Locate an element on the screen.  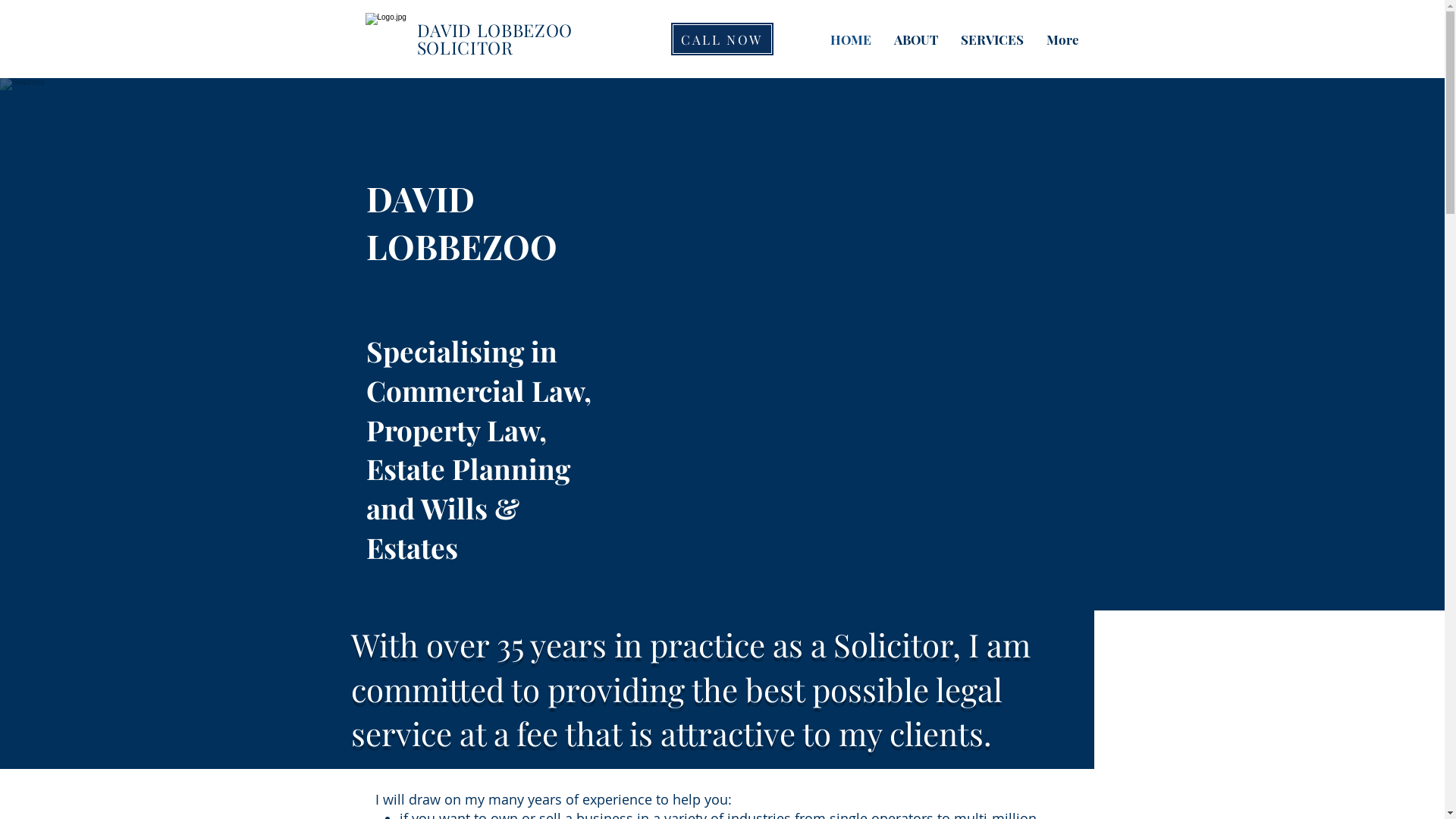
'ABOUT' is located at coordinates (915, 38).